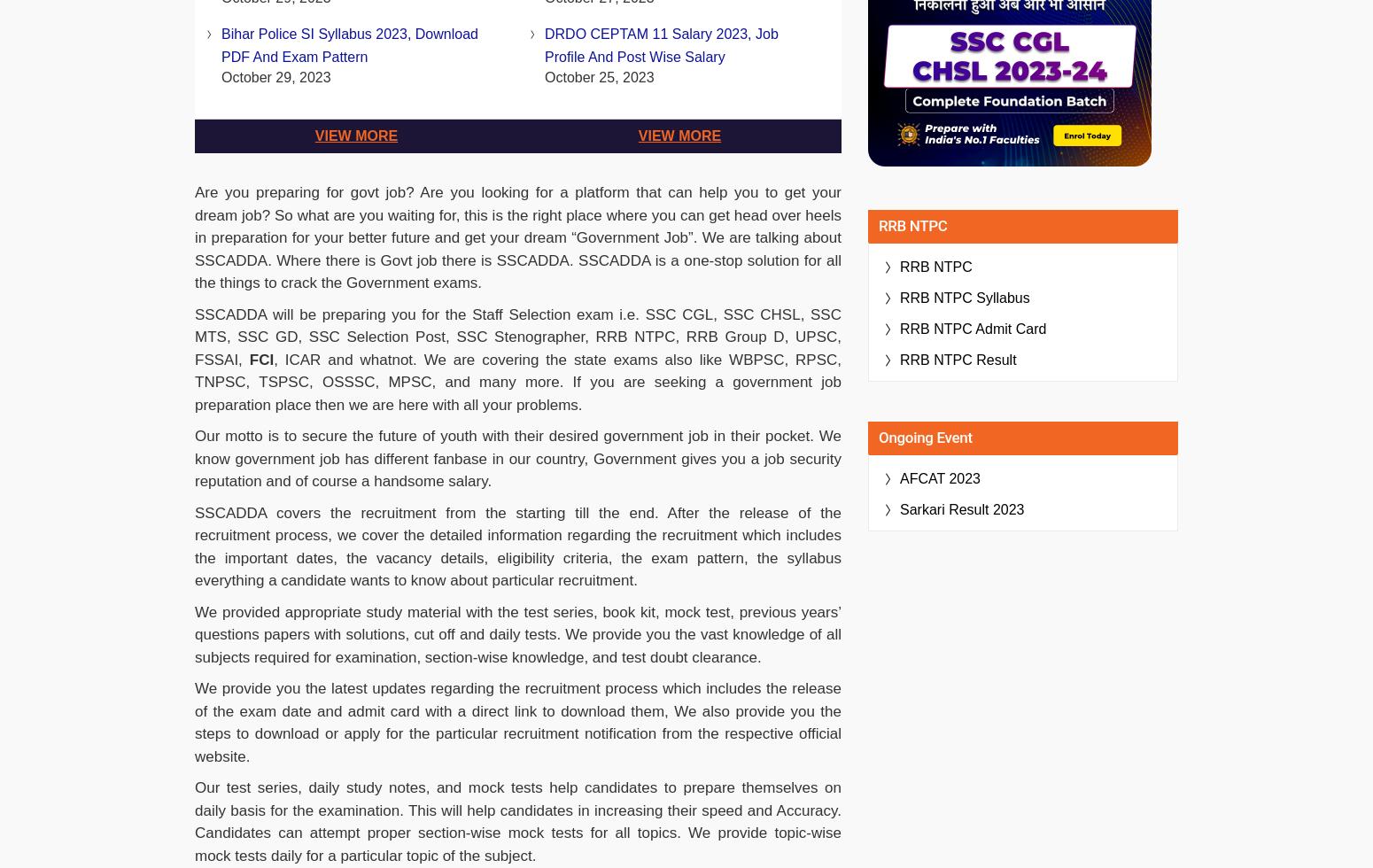  Describe the element at coordinates (961, 509) in the screenshot. I see `'Sarkari Result 2023'` at that location.